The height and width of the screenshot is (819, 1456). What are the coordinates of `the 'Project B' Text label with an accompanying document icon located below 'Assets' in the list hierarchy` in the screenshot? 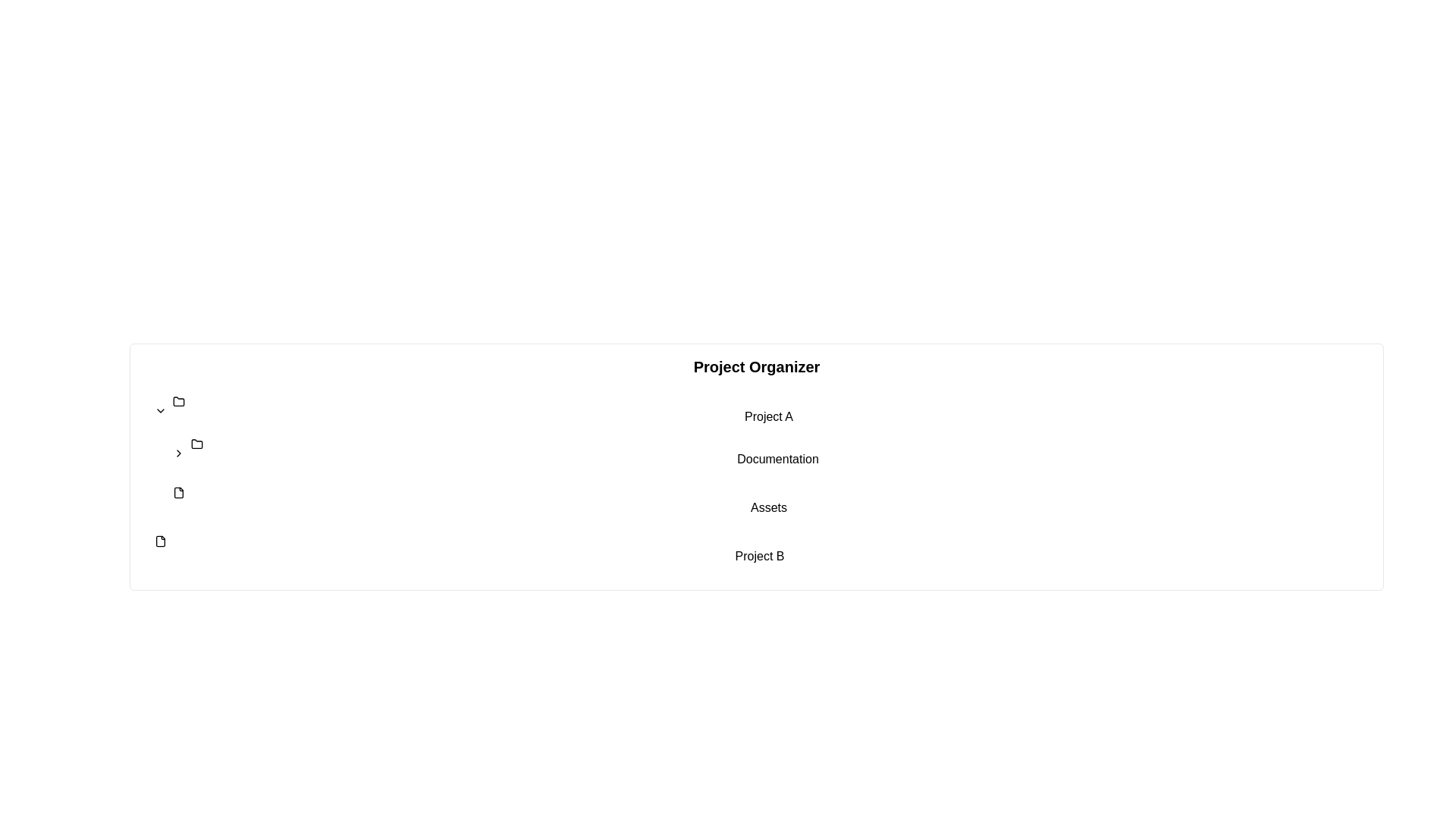 It's located at (760, 550).